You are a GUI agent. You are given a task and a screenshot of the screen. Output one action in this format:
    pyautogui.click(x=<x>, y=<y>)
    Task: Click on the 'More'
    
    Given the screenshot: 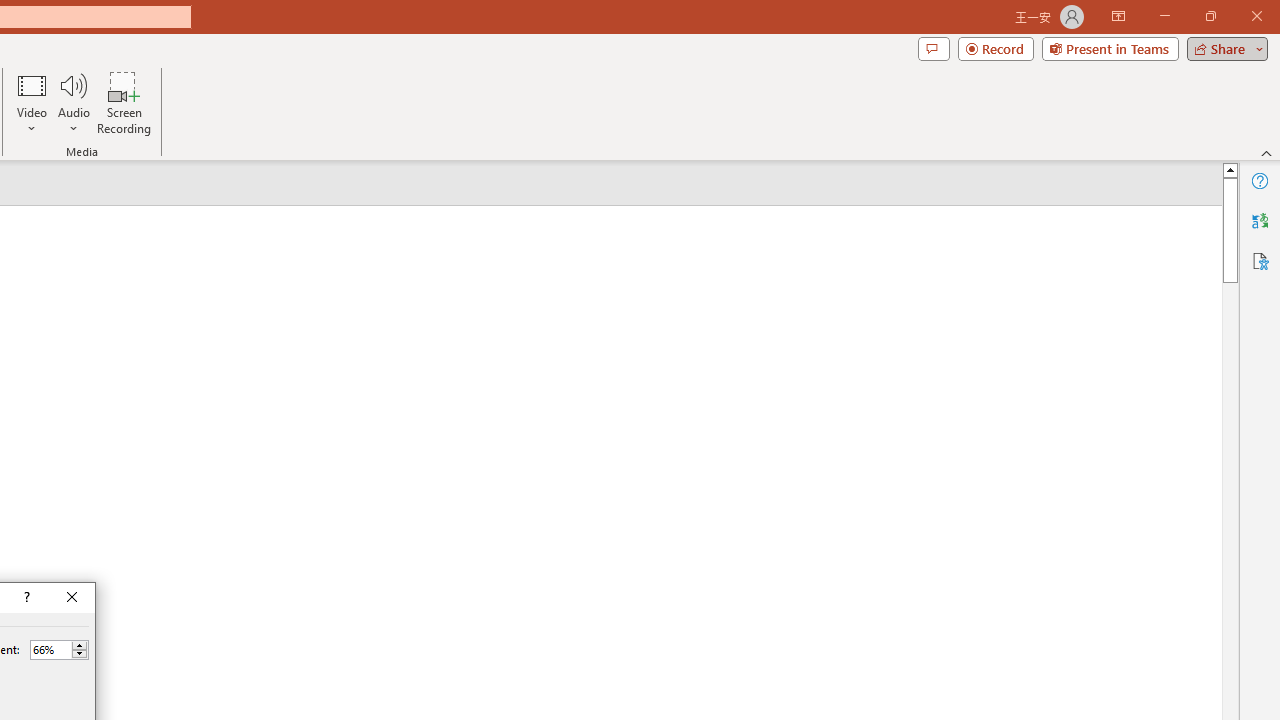 What is the action you would take?
    pyautogui.click(x=79, y=645)
    